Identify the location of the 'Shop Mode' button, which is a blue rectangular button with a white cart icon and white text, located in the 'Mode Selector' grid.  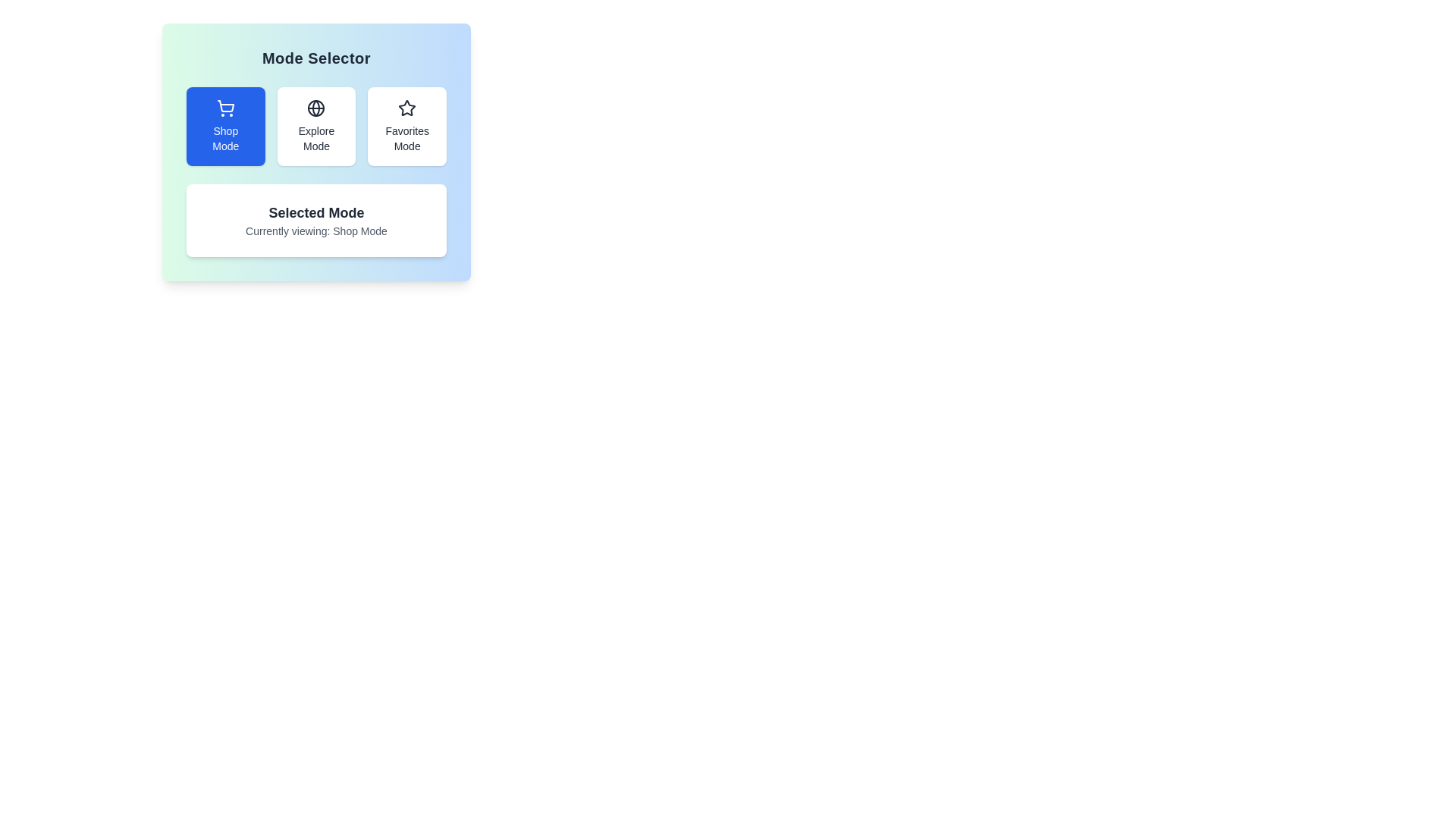
(224, 125).